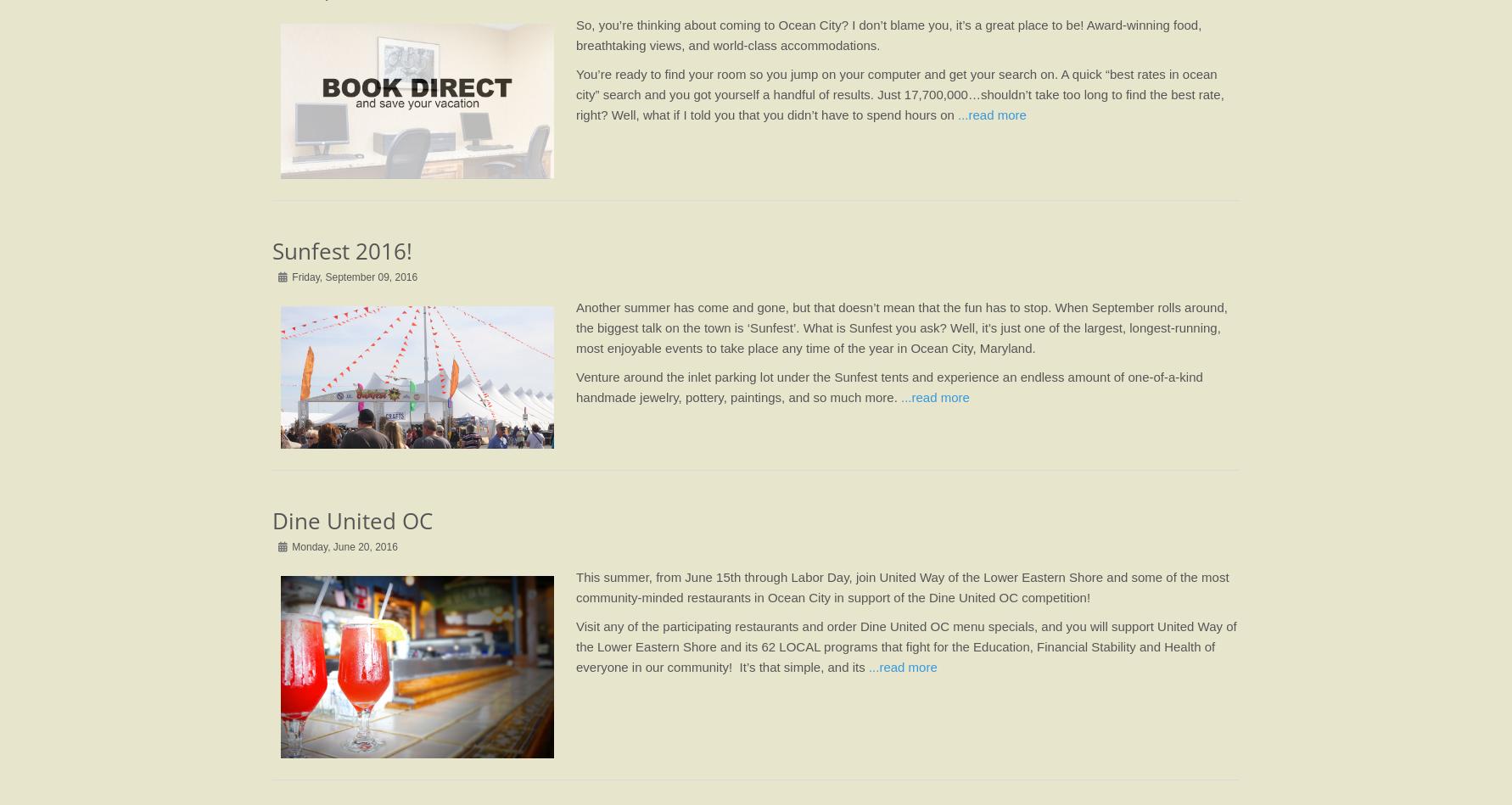 Image resolution: width=1512 pixels, height=805 pixels. I want to click on 'This summer, from June 15th through Labor Day, join United Way of the Lower Eastern Shore and some of the most community-minded restaurants in Ocean City in support of the Dine United OC competition!', so click(901, 587).